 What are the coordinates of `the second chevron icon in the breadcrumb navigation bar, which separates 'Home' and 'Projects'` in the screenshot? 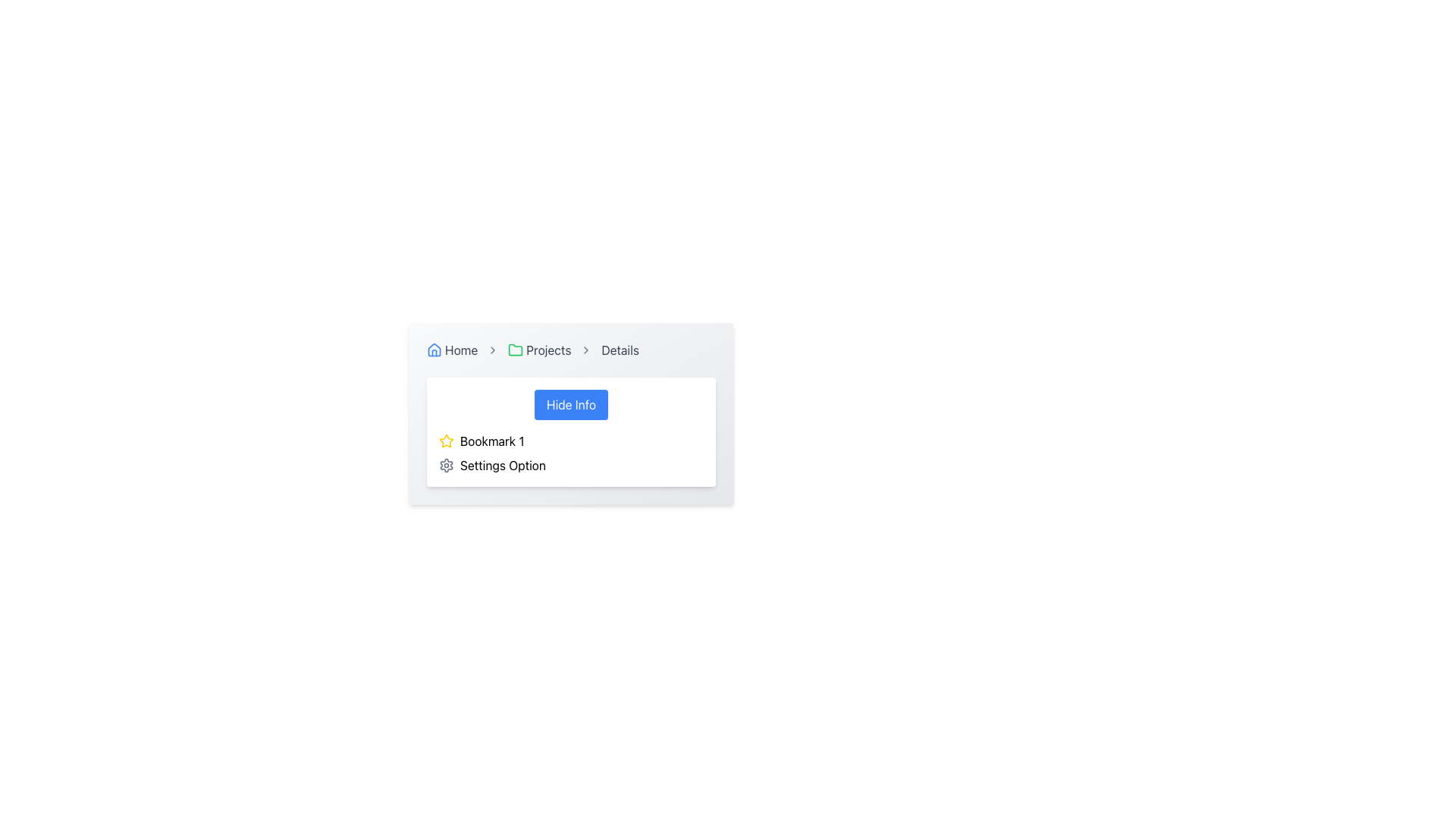 It's located at (493, 350).